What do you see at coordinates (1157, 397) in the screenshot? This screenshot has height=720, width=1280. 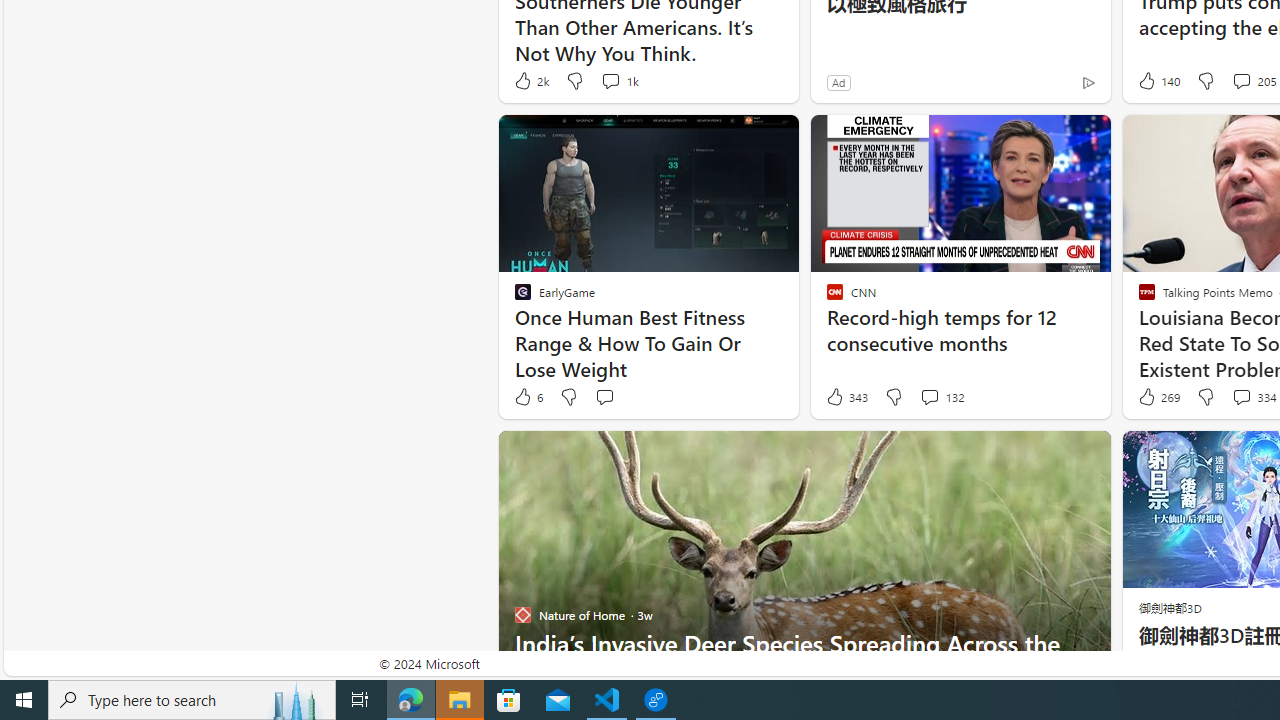 I see `'269 Like'` at bounding box center [1157, 397].